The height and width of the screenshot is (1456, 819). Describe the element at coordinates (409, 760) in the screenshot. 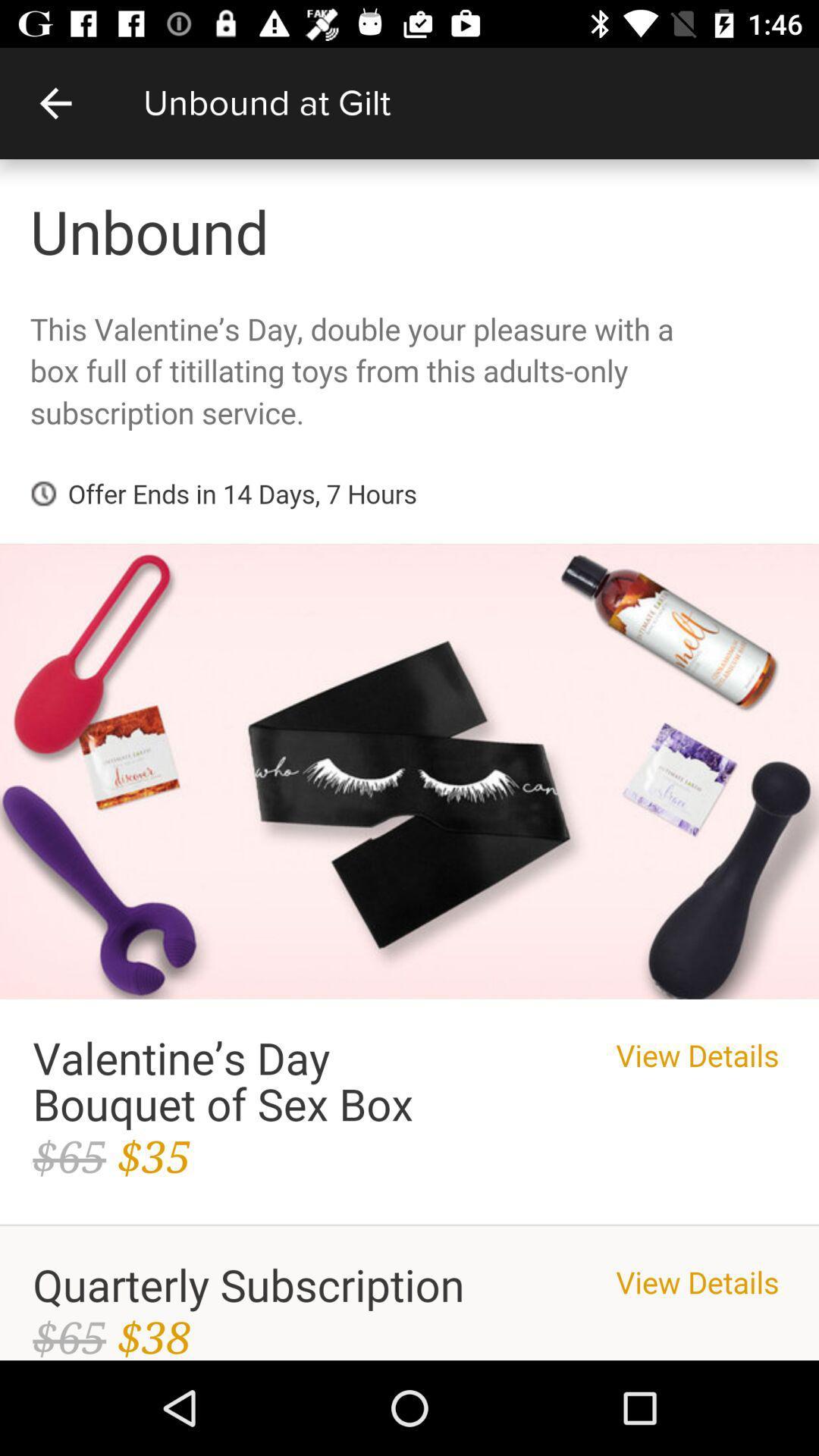

I see `image icone` at that location.